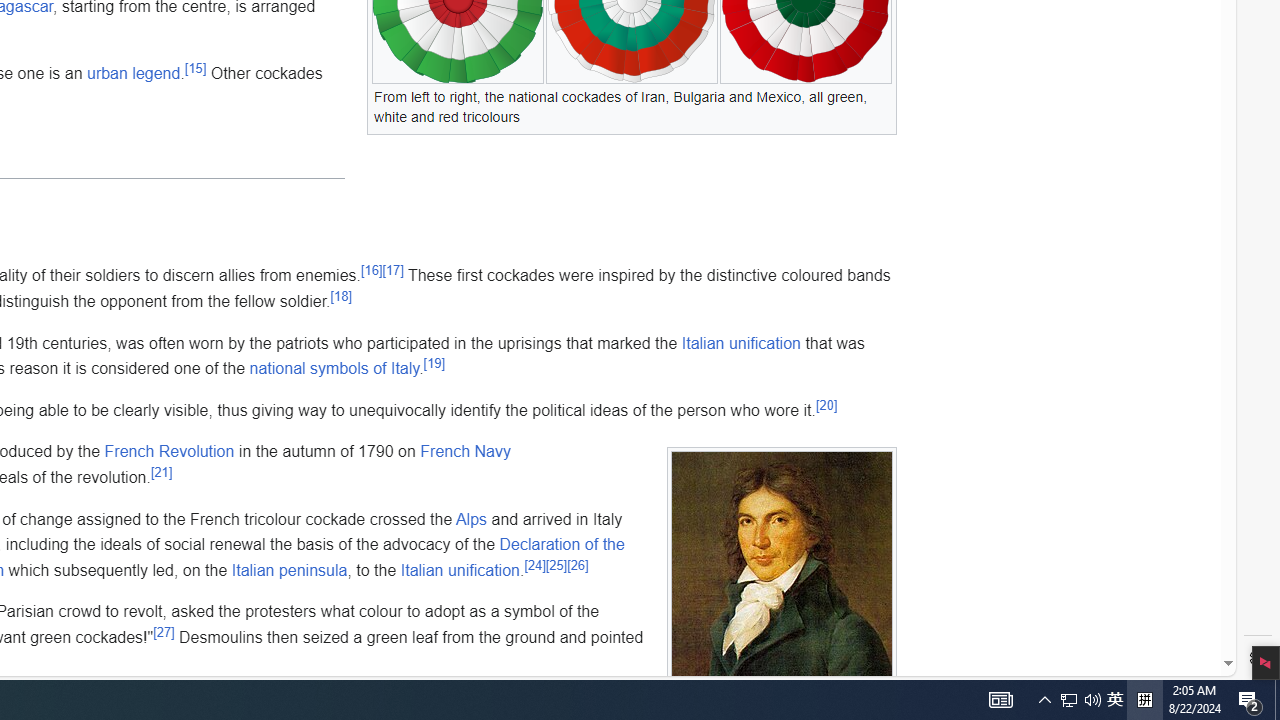  I want to click on '[20]', so click(826, 405).